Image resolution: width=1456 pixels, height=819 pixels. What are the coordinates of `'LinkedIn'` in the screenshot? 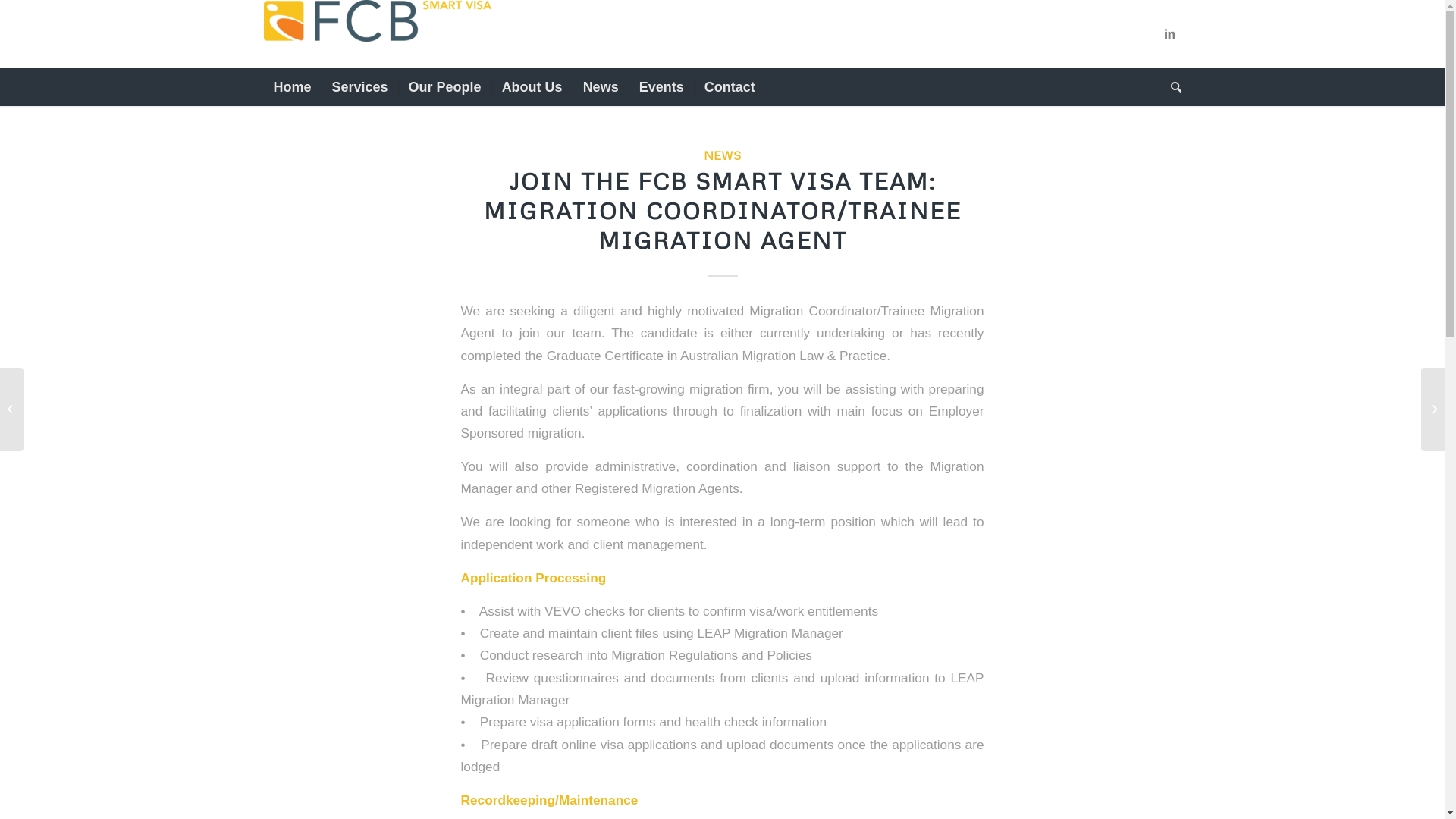 It's located at (1169, 34).